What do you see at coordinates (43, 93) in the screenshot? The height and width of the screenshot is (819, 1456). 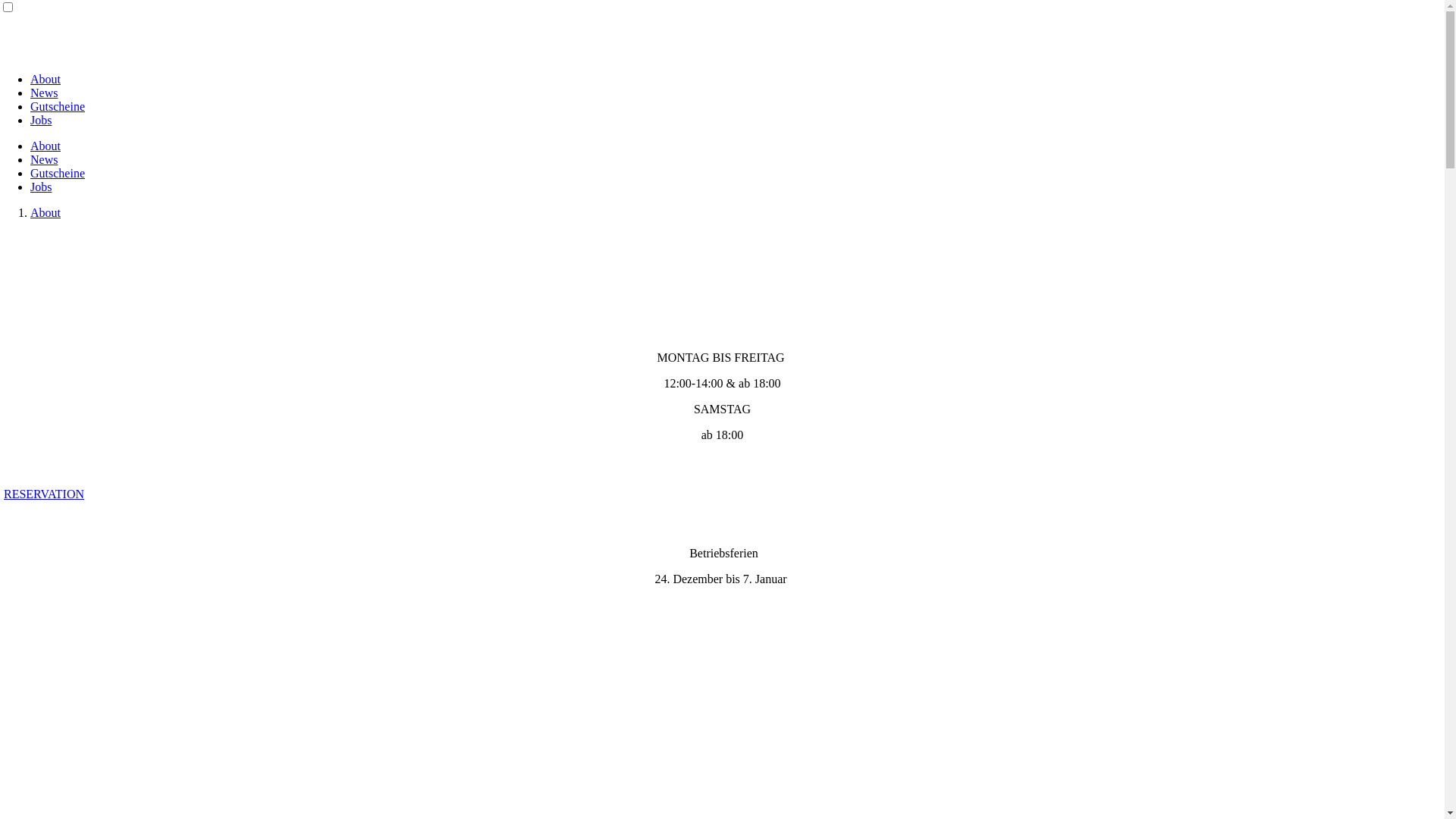 I see `'News'` at bounding box center [43, 93].